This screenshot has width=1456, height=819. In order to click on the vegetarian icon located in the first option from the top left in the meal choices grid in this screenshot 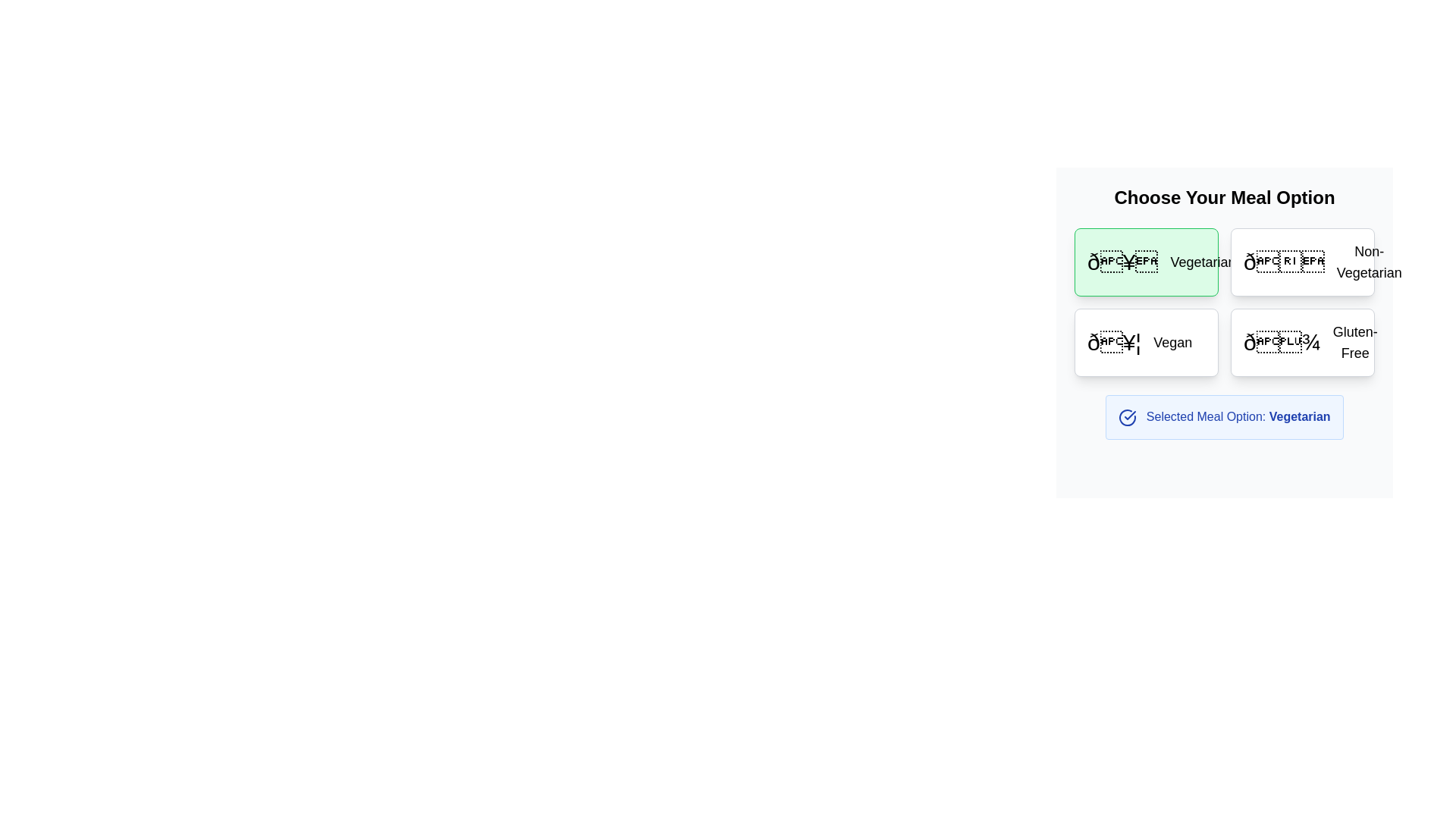, I will do `click(1122, 262)`.